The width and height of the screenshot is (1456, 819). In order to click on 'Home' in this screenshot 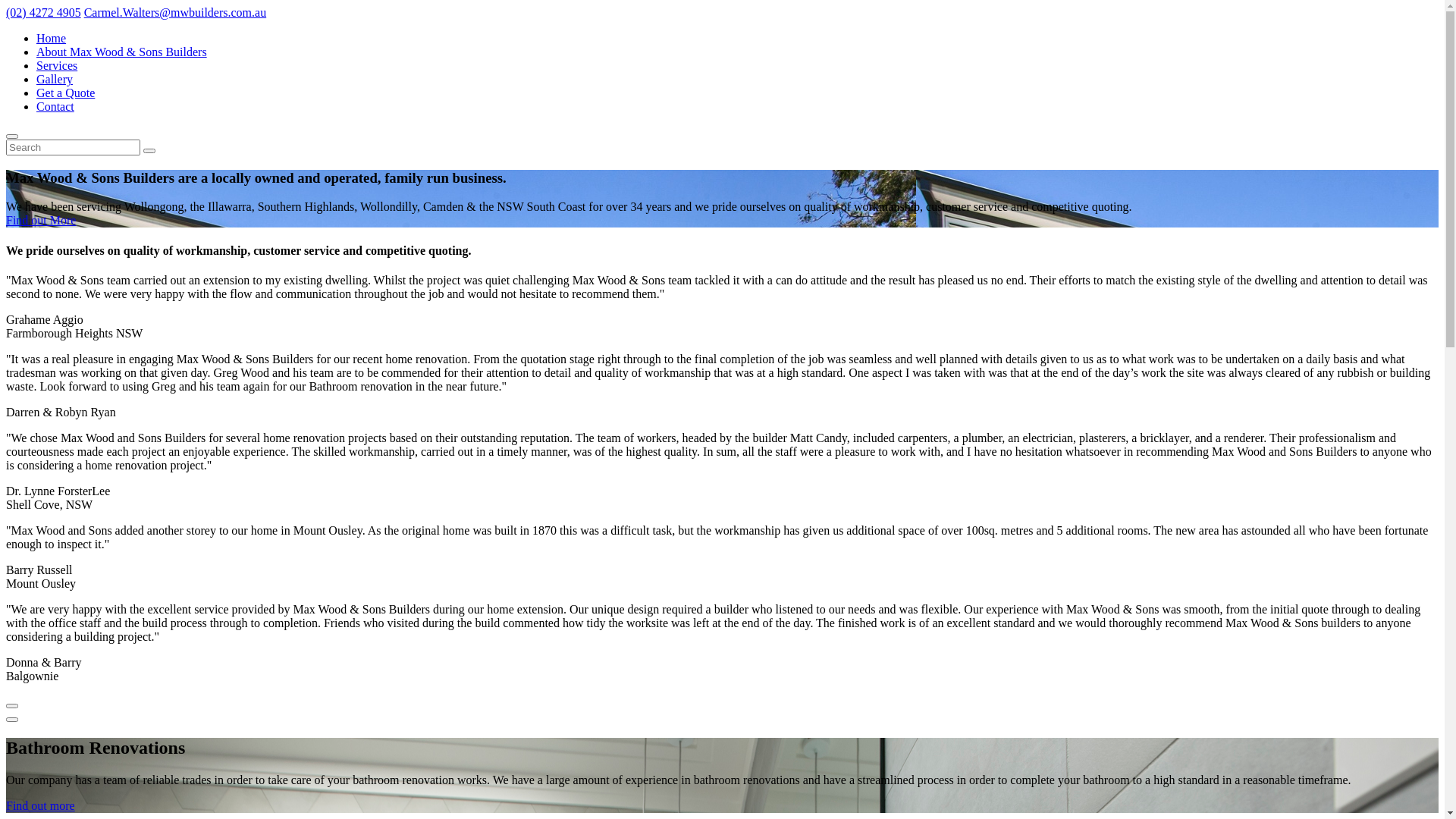, I will do `click(51, 37)`.